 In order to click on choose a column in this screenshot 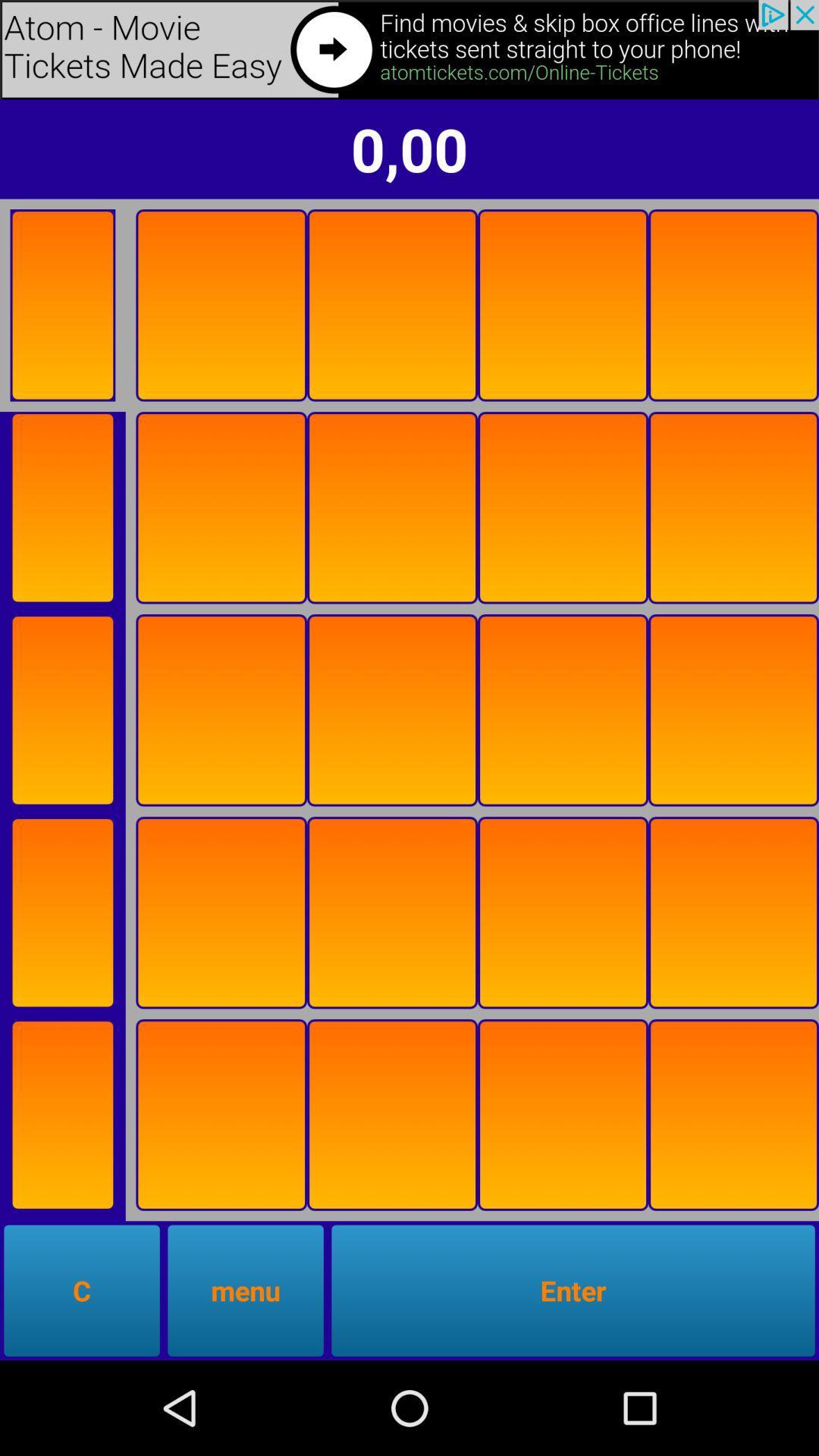, I will do `click(733, 1115)`.